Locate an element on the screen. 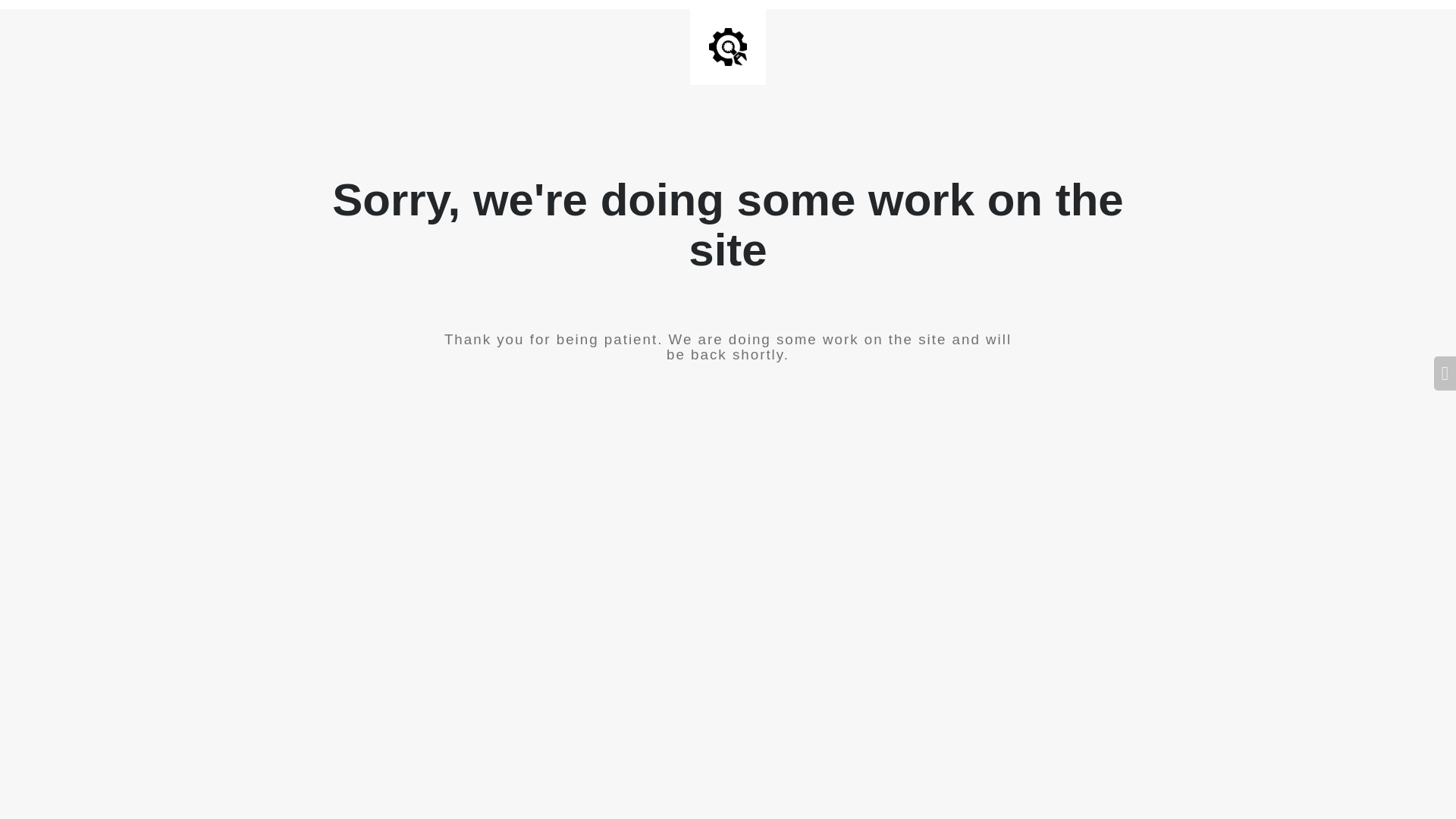 This screenshot has width=1456, height=819. 'Site is Under Construction' is located at coordinates (728, 45).